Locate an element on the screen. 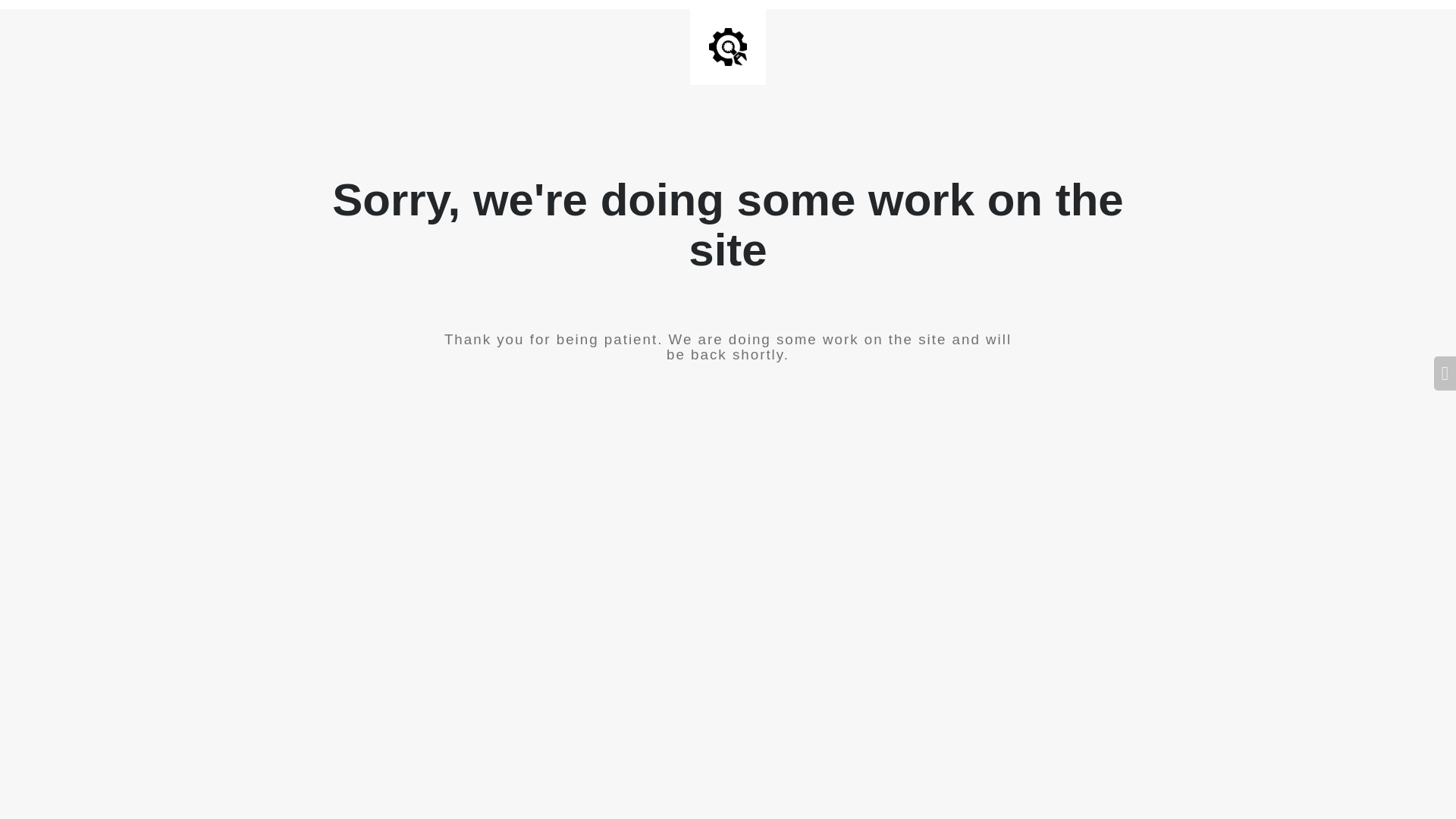 This screenshot has width=1456, height=819. 'Site is Under Construction' is located at coordinates (728, 45).